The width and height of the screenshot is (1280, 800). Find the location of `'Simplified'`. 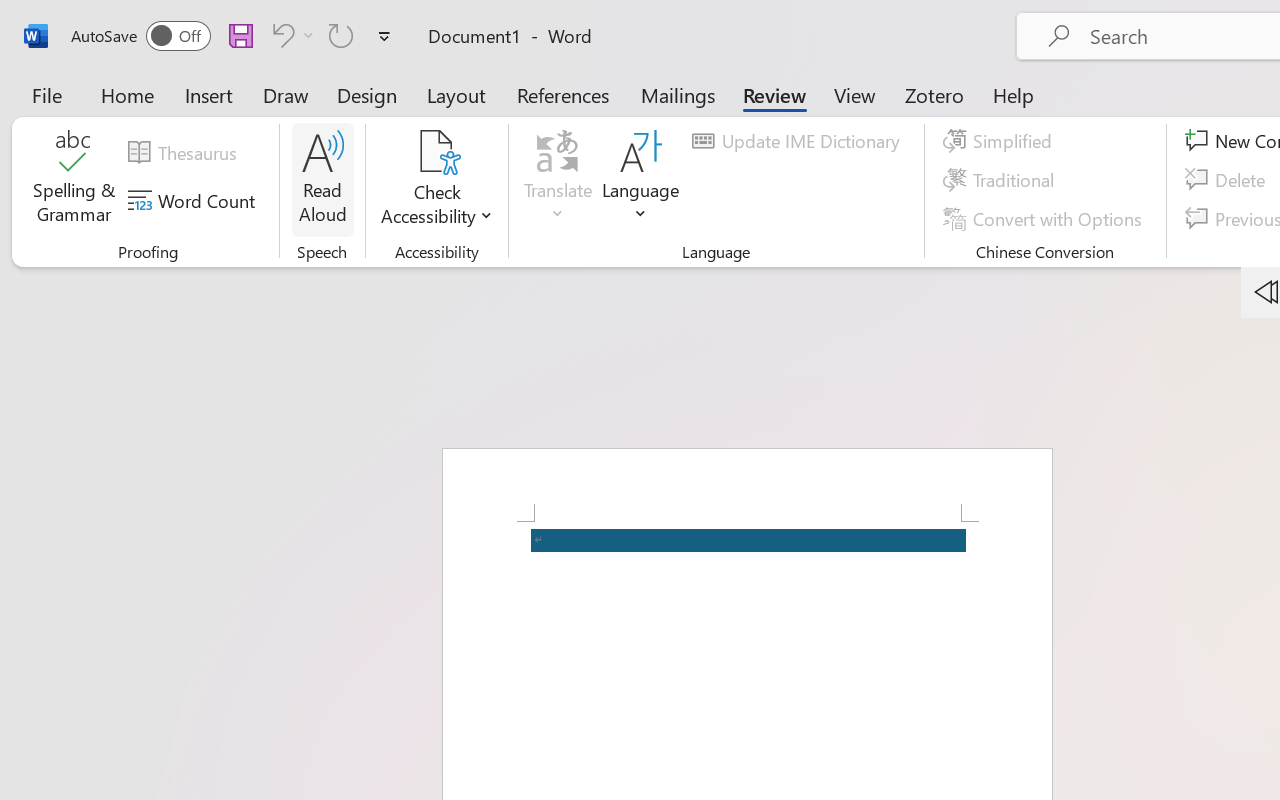

'Simplified' is located at coordinates (1000, 141).